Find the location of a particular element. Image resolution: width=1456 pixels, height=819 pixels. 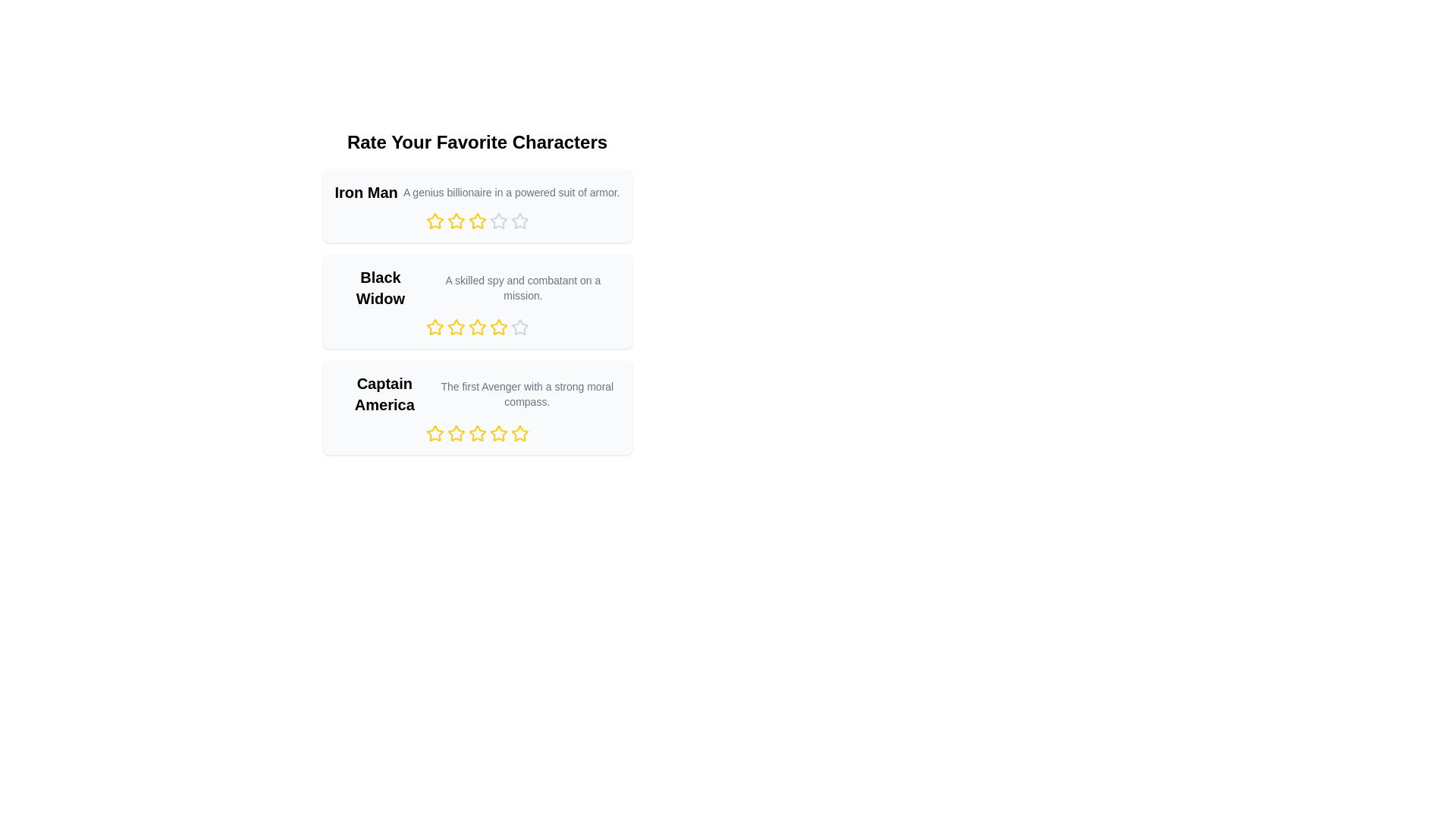

the Rating component with clickable stars for the Black Widow item is located at coordinates (476, 327).